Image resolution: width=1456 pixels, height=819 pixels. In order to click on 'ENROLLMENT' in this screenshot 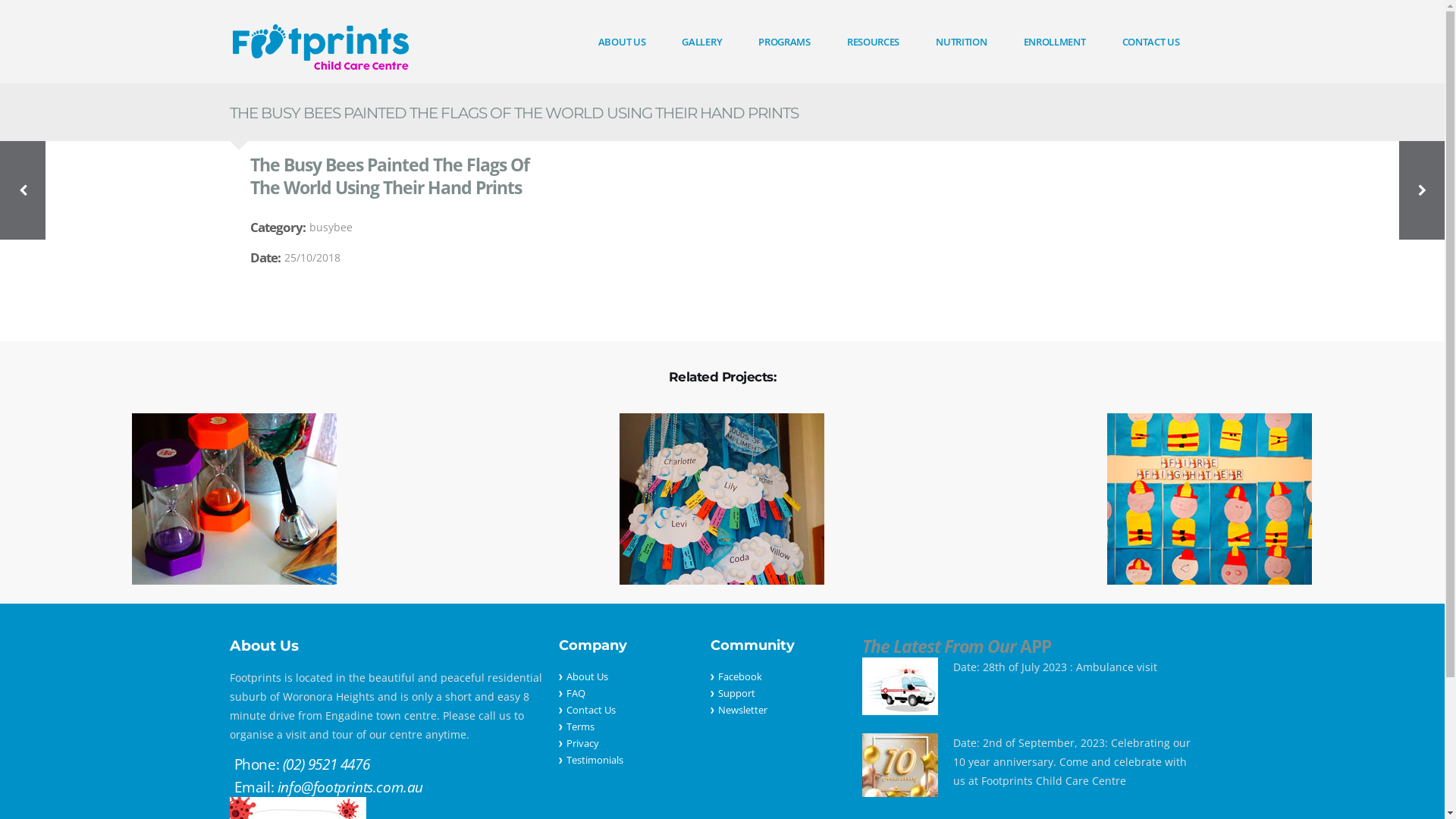, I will do `click(1054, 40)`.